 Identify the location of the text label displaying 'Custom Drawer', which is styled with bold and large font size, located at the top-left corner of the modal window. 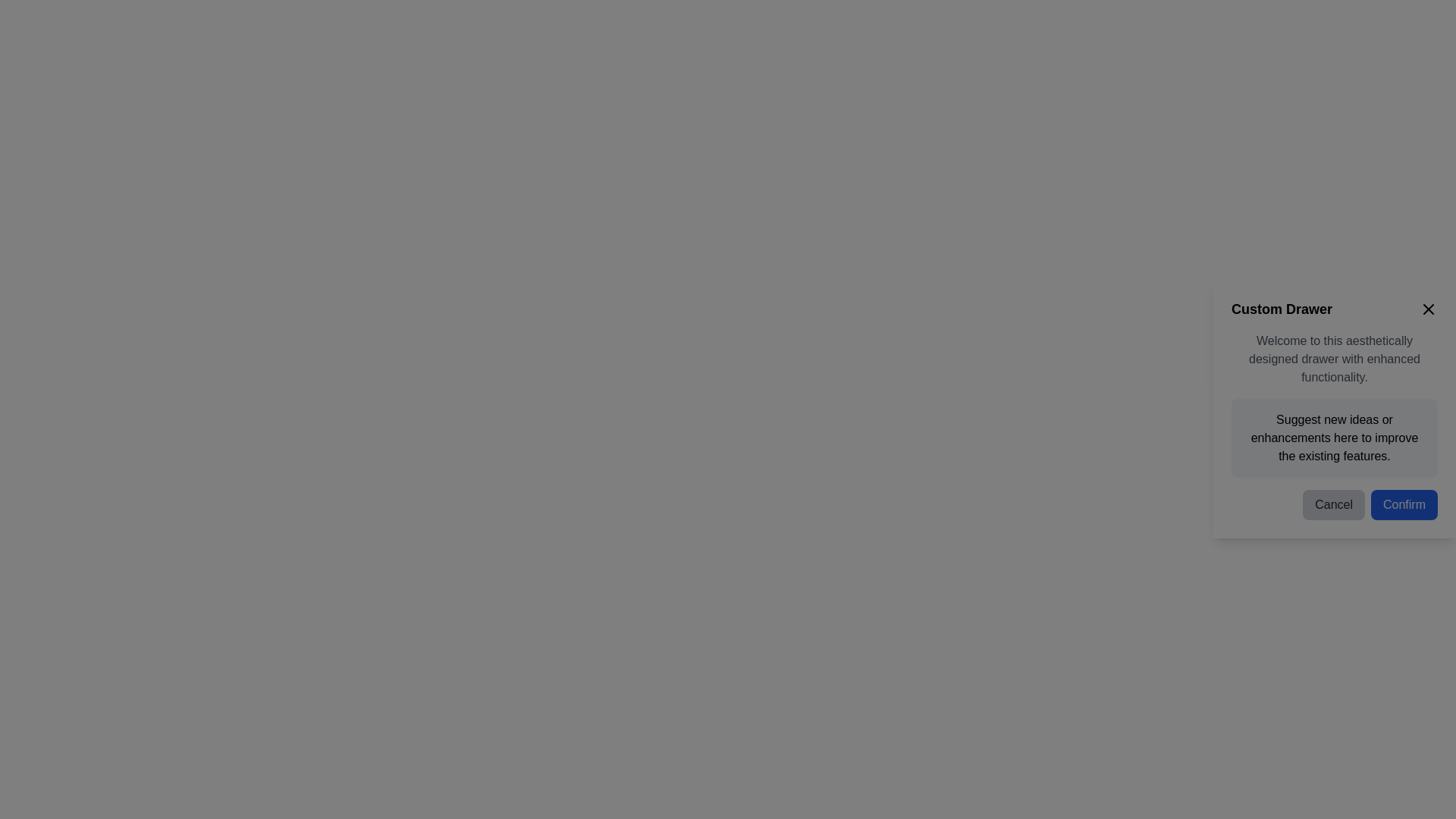
(1281, 309).